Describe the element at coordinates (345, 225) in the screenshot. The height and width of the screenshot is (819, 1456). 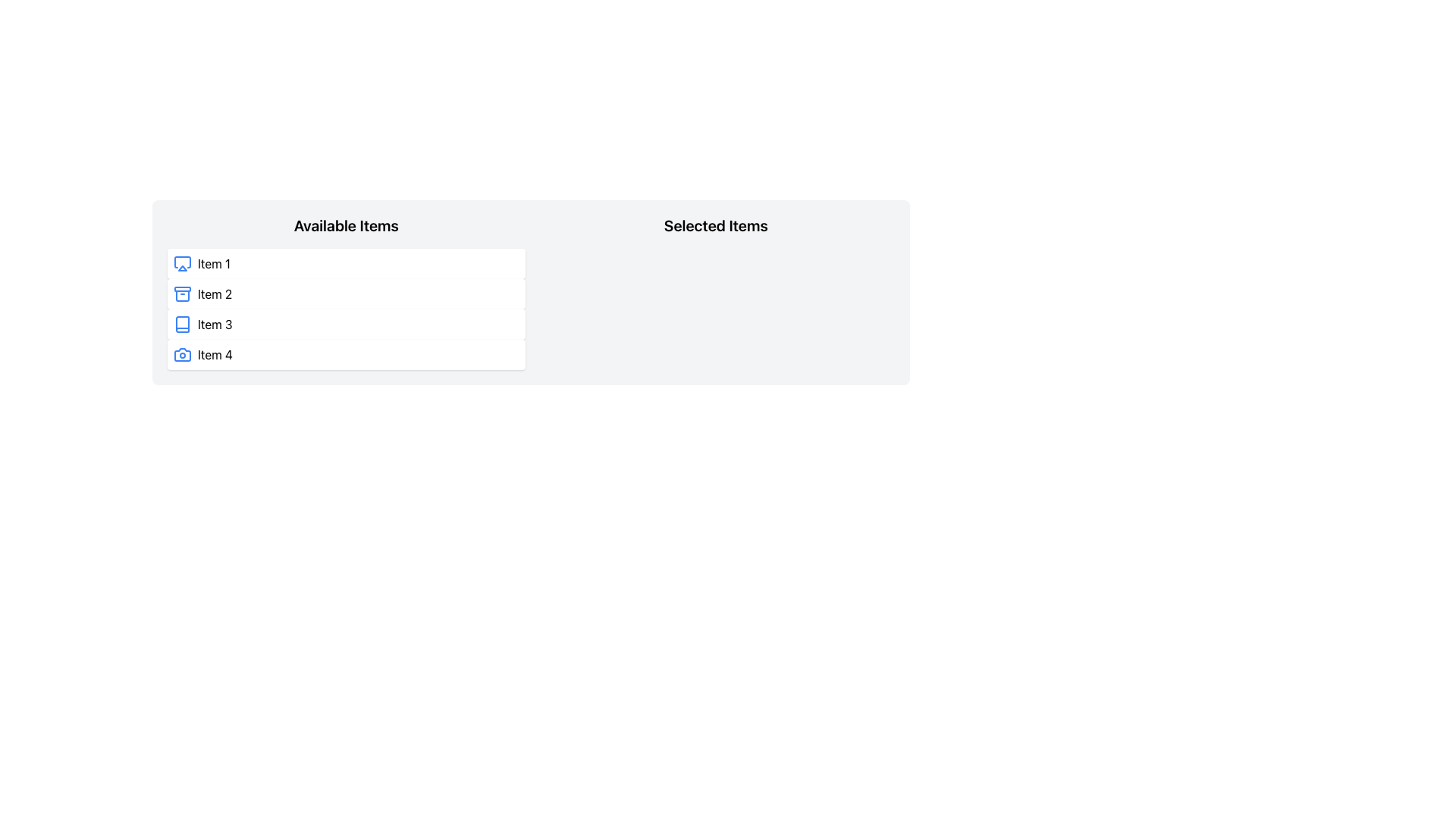
I see `the bold heading labeled 'Available Items' which is positioned at the top of a section presenting a list of selectable items` at that location.